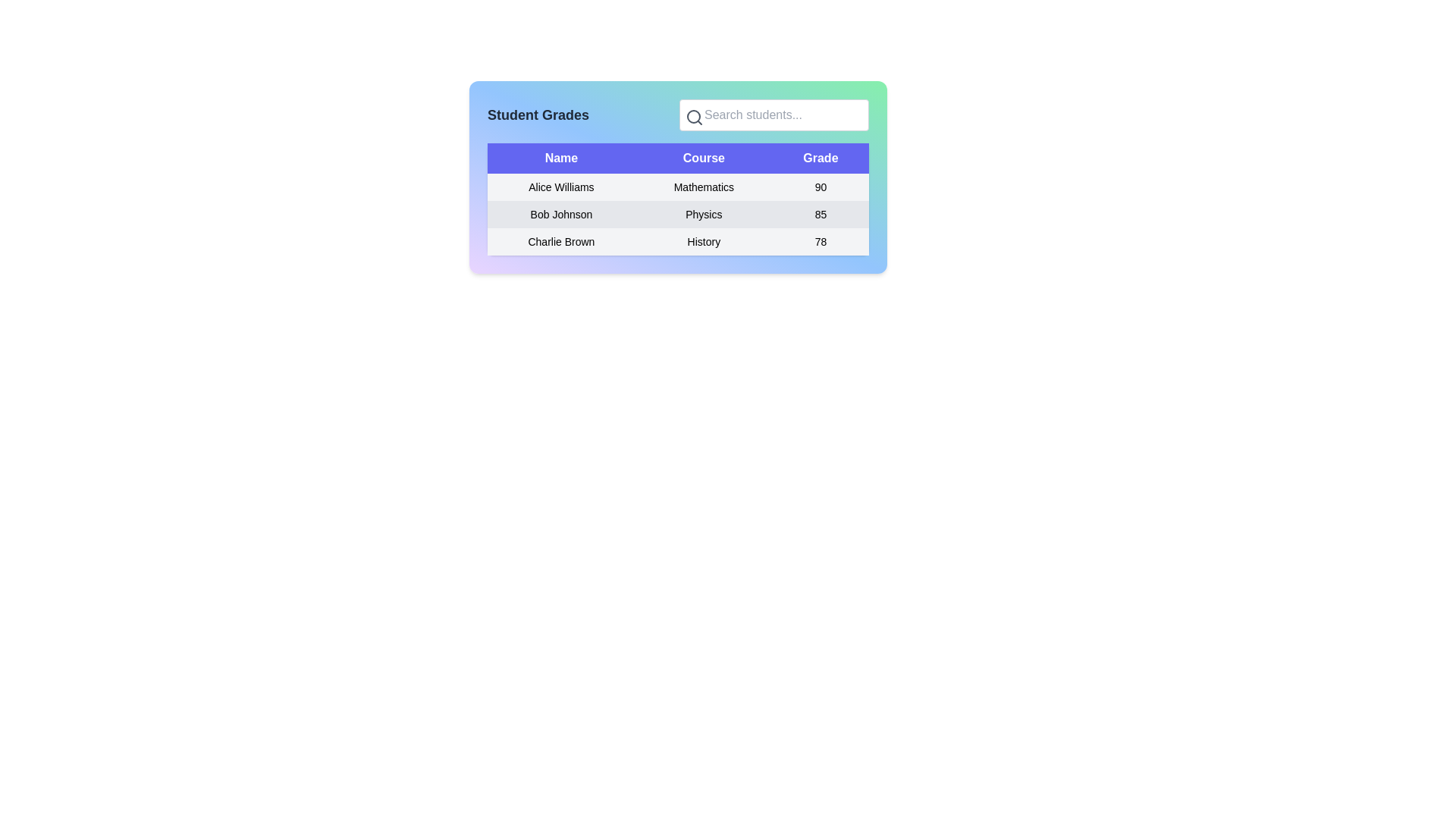 The width and height of the screenshot is (1456, 819). I want to click on an individual field within the Data Table containing student data, which is organized in rows and columns with clear gridlines and alternating background colors for readability, so click(677, 214).